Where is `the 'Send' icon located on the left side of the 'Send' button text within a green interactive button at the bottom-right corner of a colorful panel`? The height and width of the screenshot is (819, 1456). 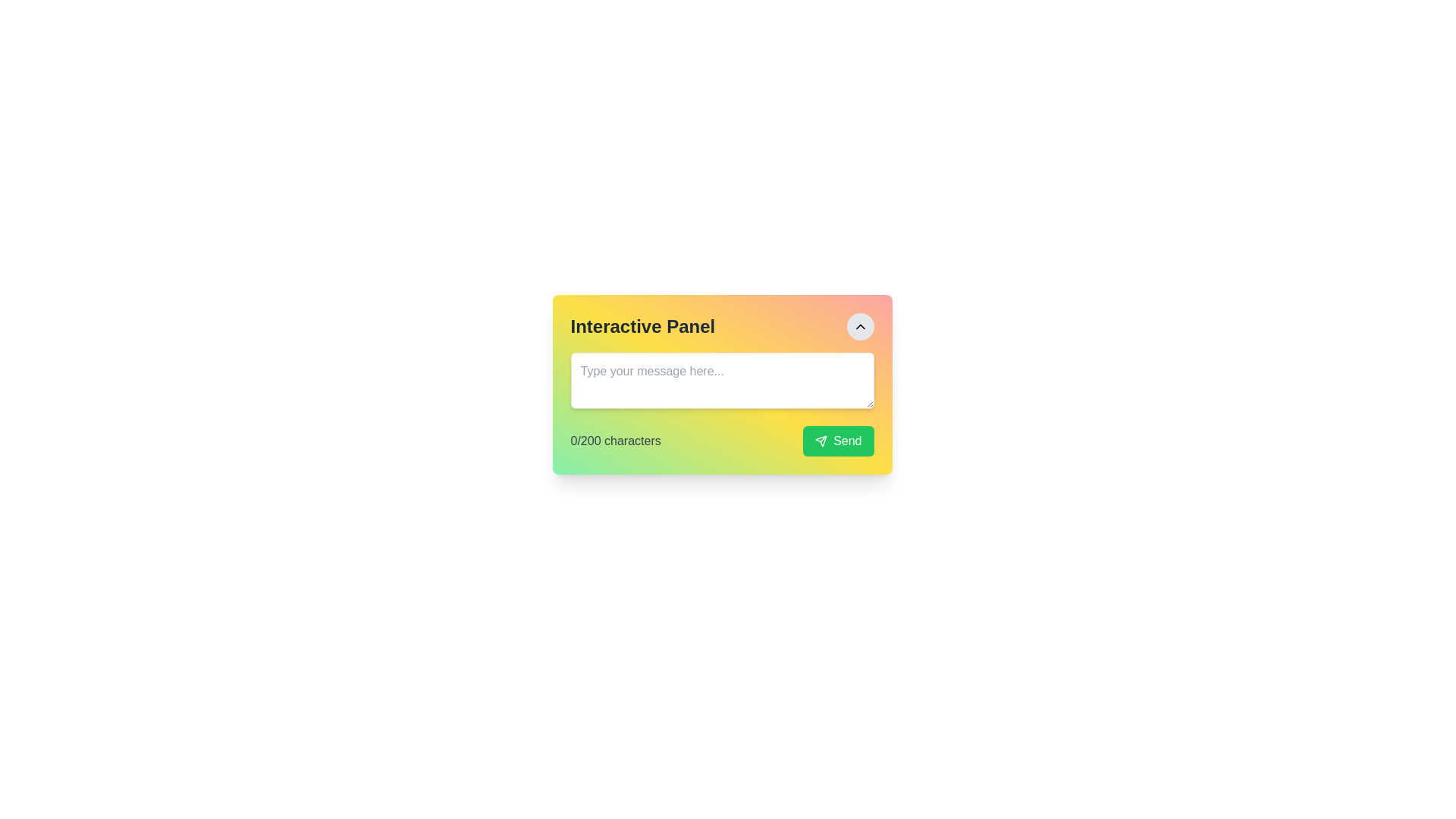 the 'Send' icon located on the left side of the 'Send' button text within a green interactive button at the bottom-right corner of a colorful panel is located at coordinates (821, 441).